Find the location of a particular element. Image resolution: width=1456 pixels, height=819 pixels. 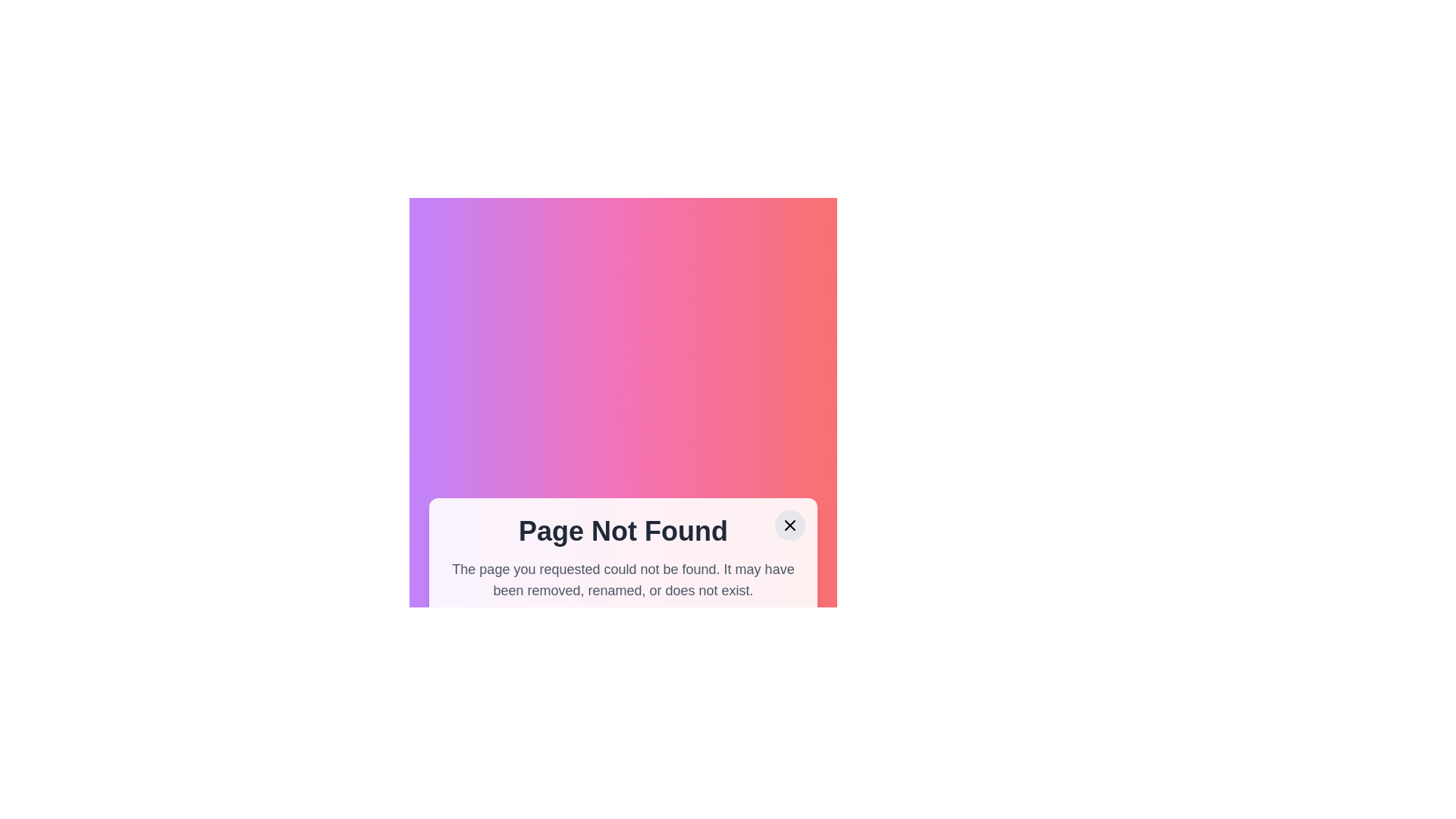

the close button located in the top-right corner of the 'Page Not Found' dialog box is located at coordinates (789, 523).